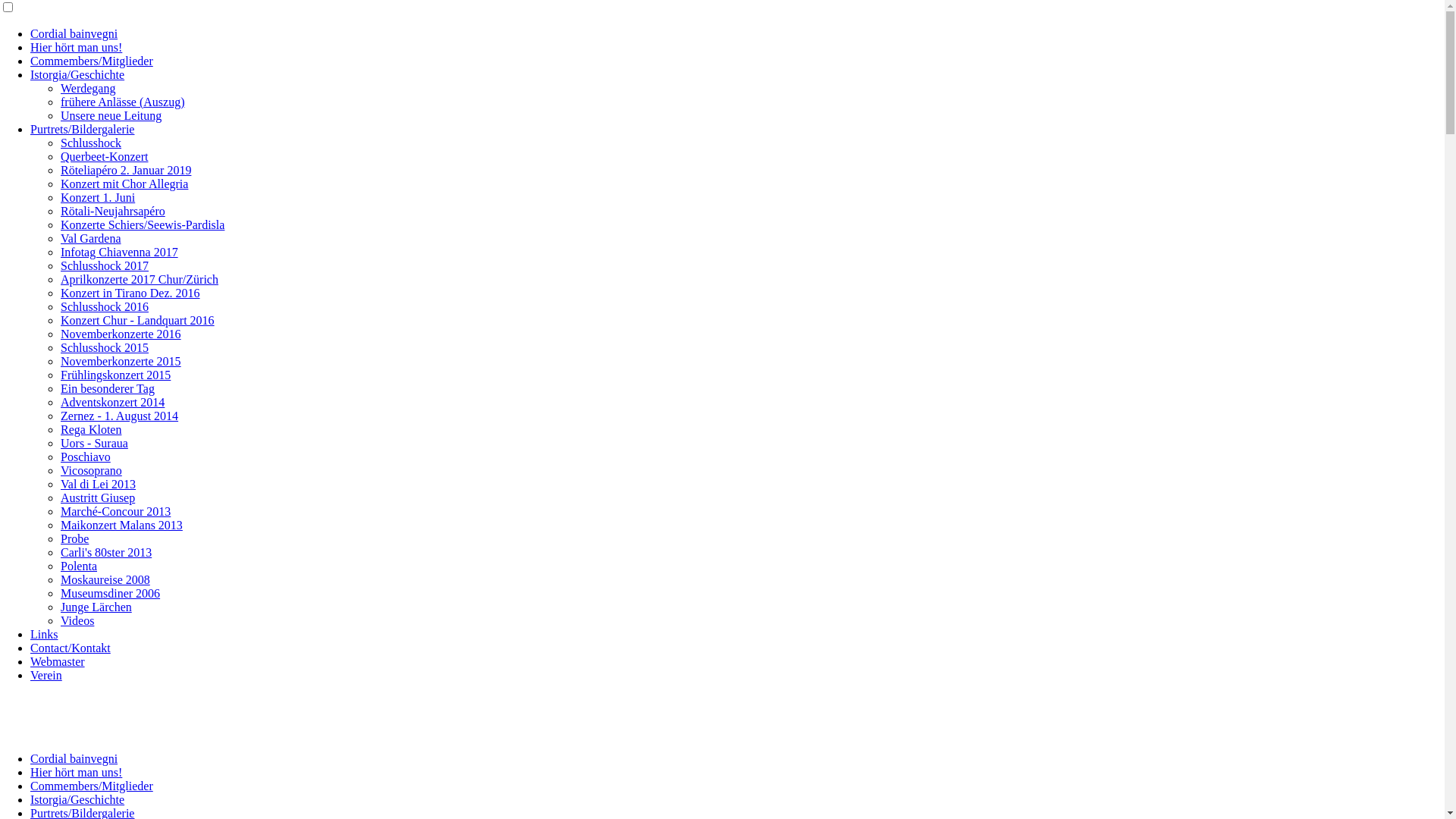  I want to click on 'Zernez - 1. August 2014', so click(118, 416).